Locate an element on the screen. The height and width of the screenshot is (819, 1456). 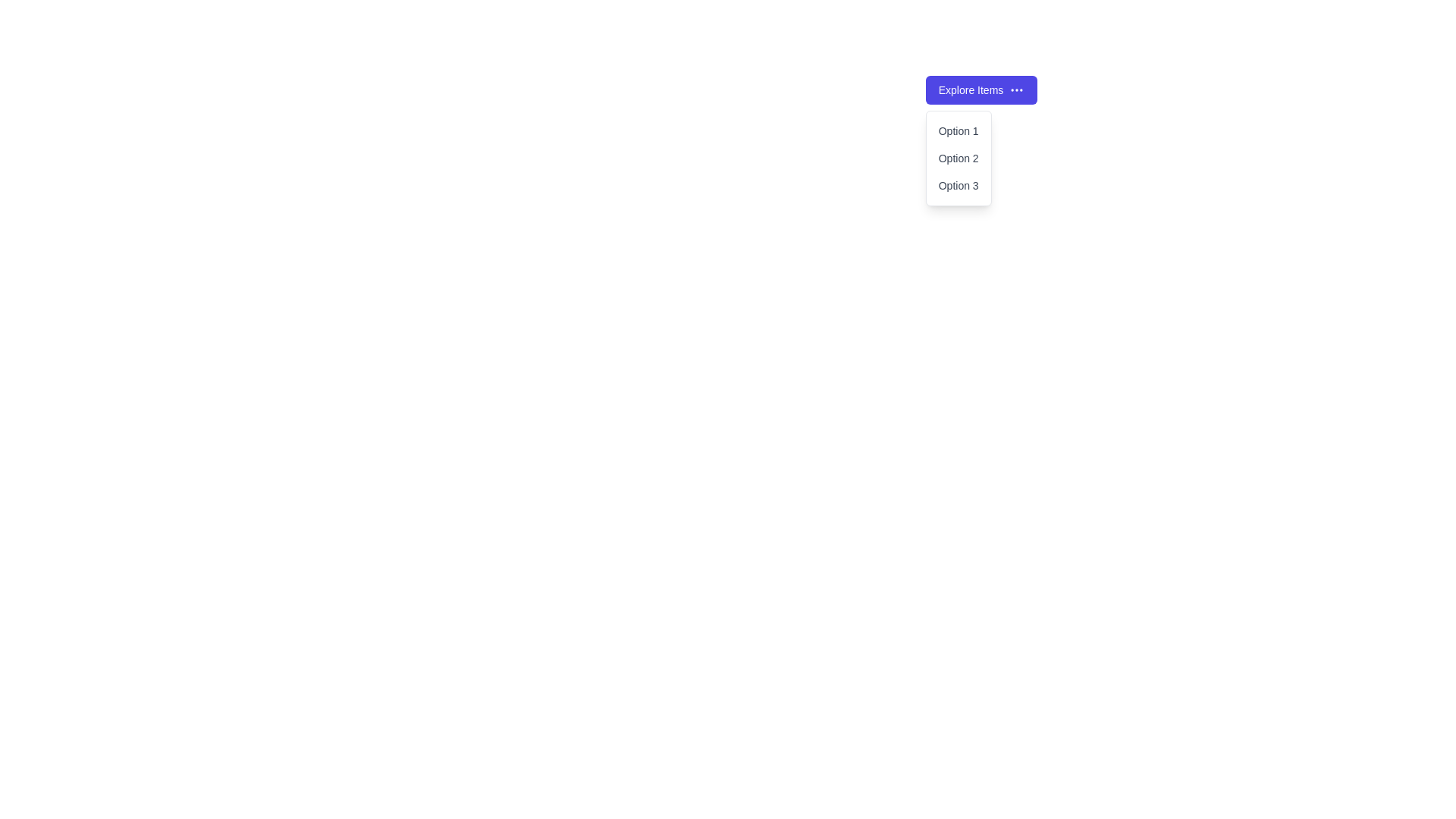
the 'Explore Items' button to toggle the dropdown visibility is located at coordinates (981, 90).